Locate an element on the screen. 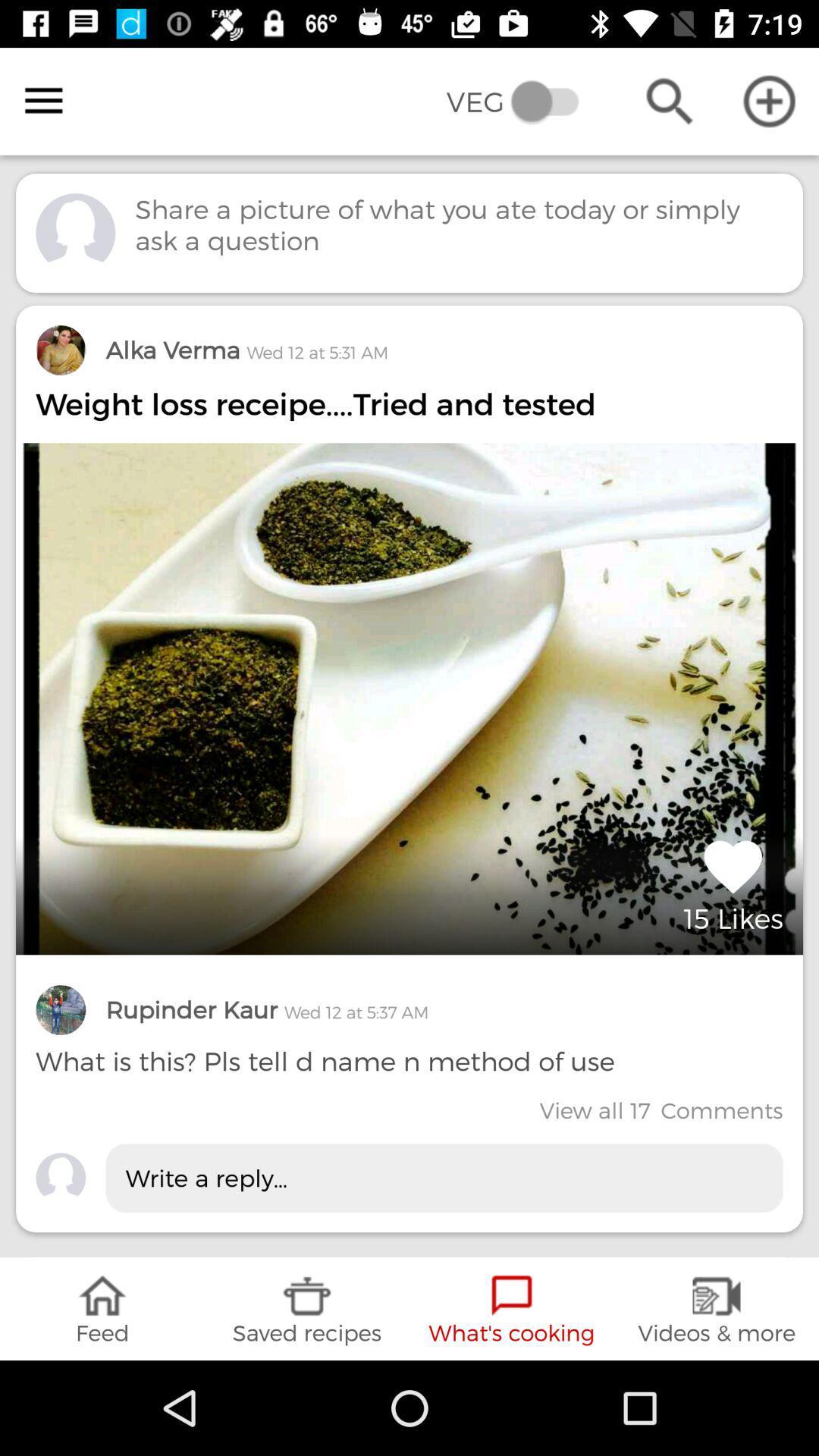 This screenshot has height=1456, width=819. item next to the what's cooking icon is located at coordinates (307, 1308).